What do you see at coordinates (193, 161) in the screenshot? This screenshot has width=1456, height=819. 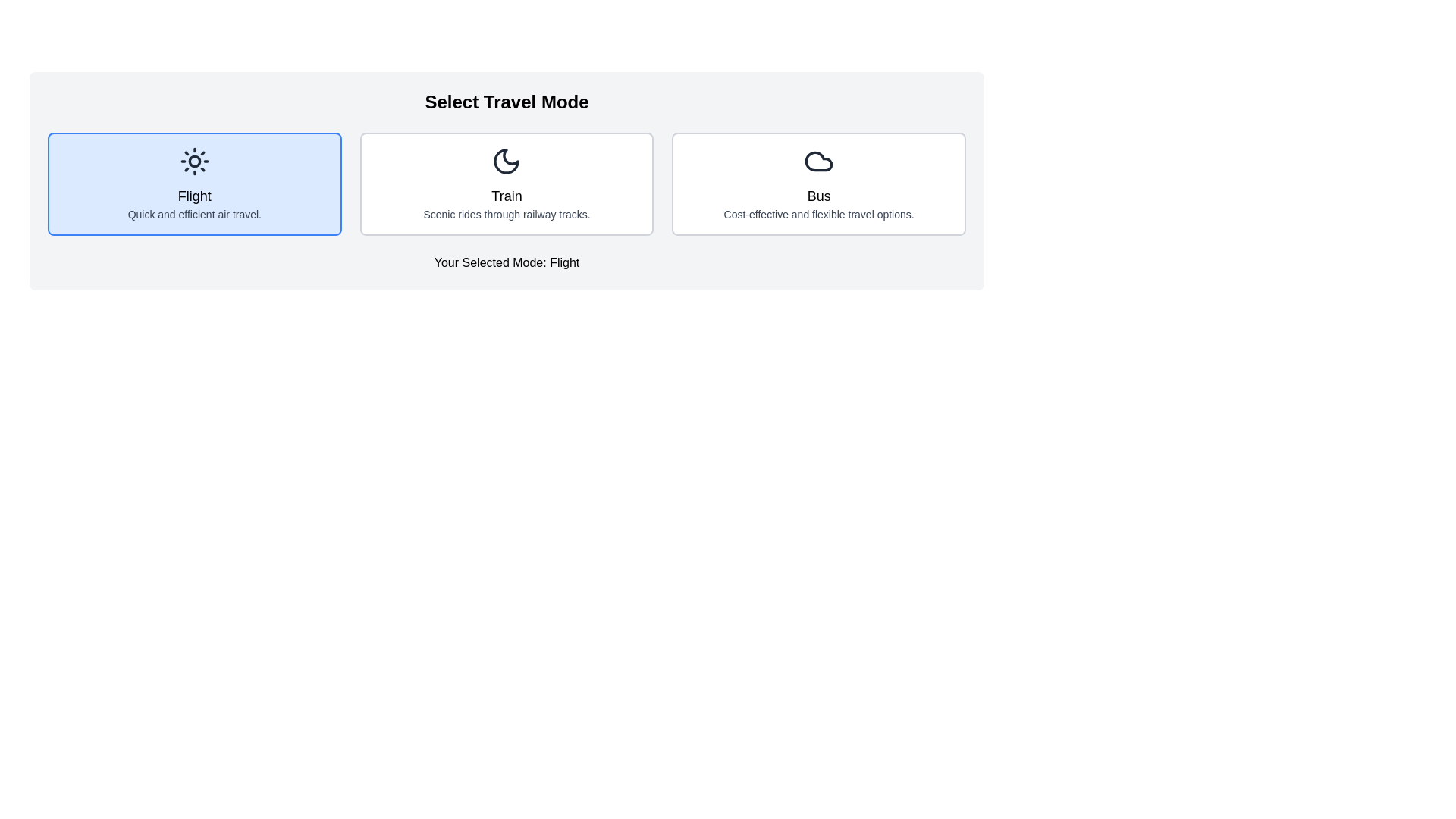 I see `the sun-shaped icon with rays, located above the text 'Flight' in a light blue rectangular section in the center of the interface` at bounding box center [193, 161].